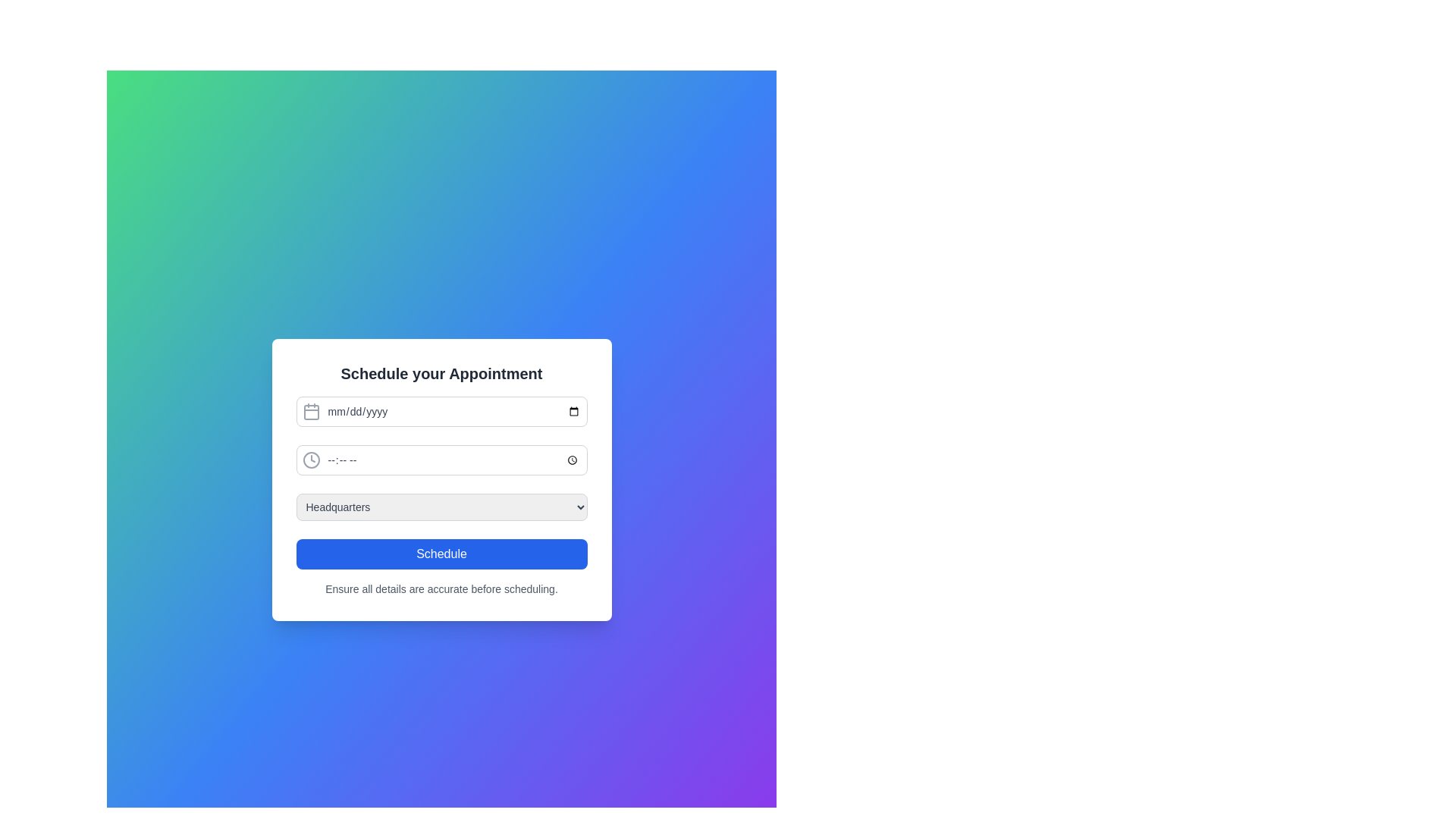 This screenshot has height=819, width=1456. What do you see at coordinates (310, 412) in the screenshot?
I see `the calendar icon located at the left end of the date input field in the appointment scheduling form` at bounding box center [310, 412].